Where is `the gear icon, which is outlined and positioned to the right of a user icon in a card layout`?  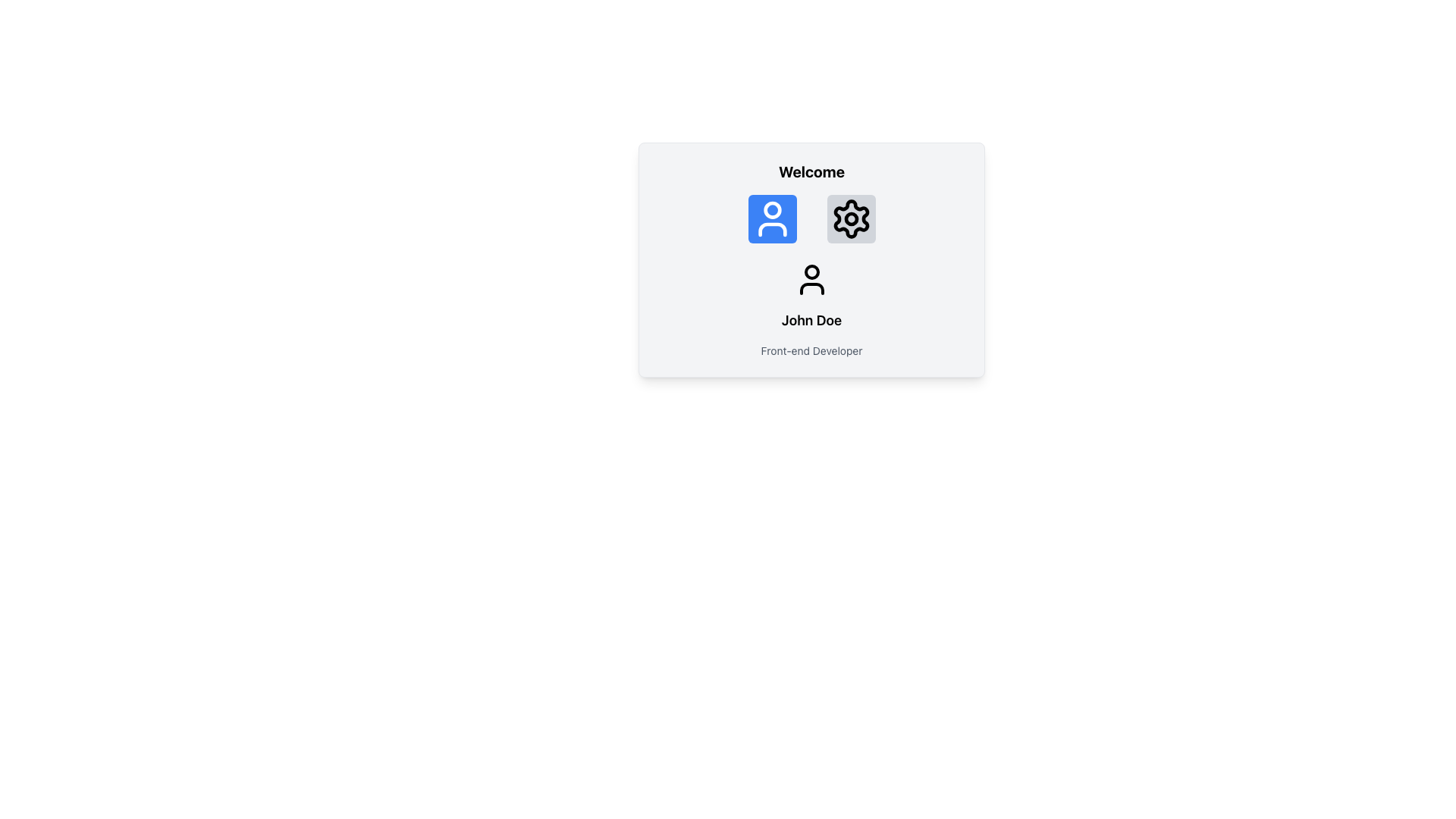
the gear icon, which is outlined and positioned to the right of a user icon in a card layout is located at coordinates (851, 219).